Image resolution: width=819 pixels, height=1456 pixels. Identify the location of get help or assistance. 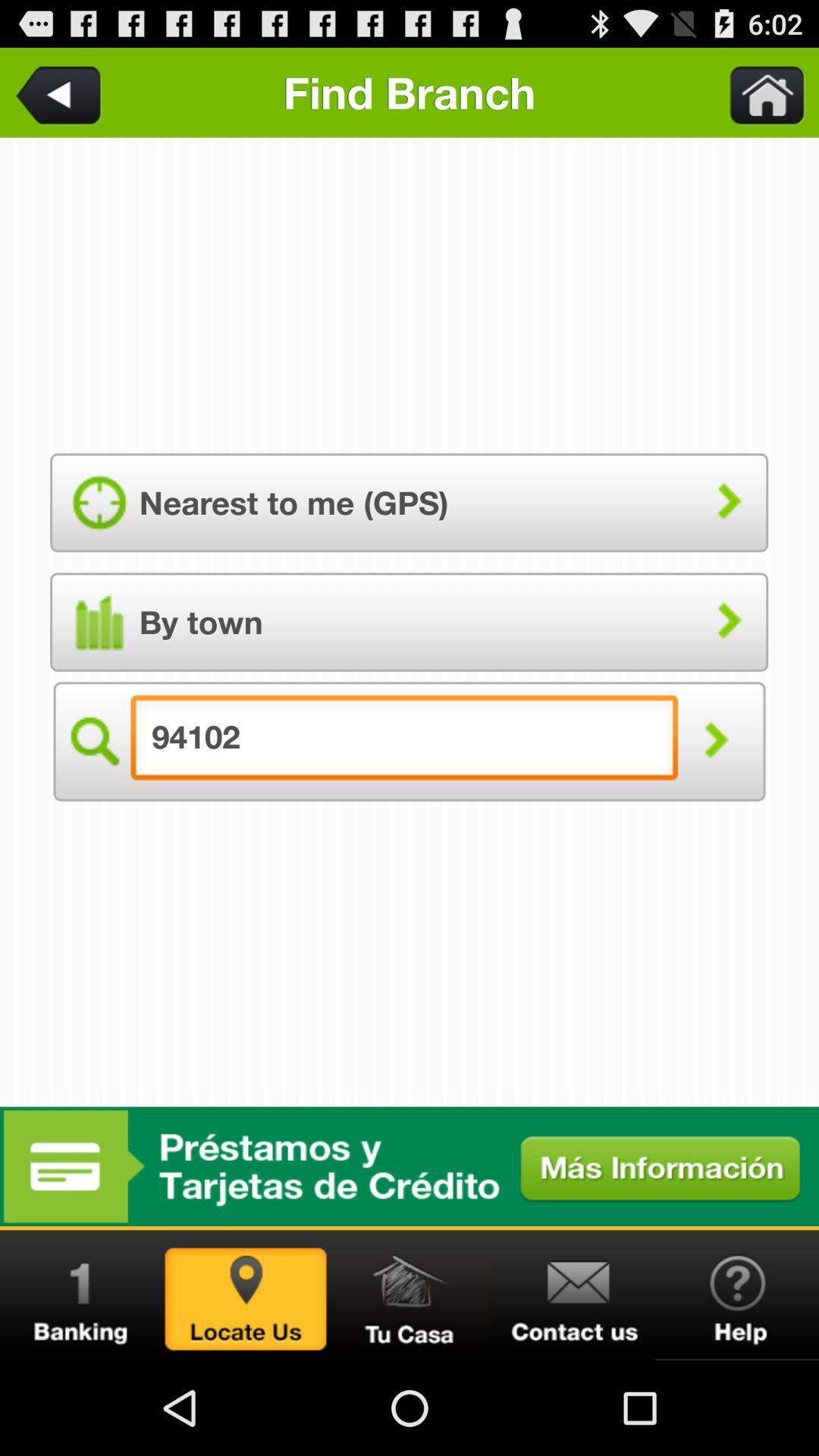
(736, 1294).